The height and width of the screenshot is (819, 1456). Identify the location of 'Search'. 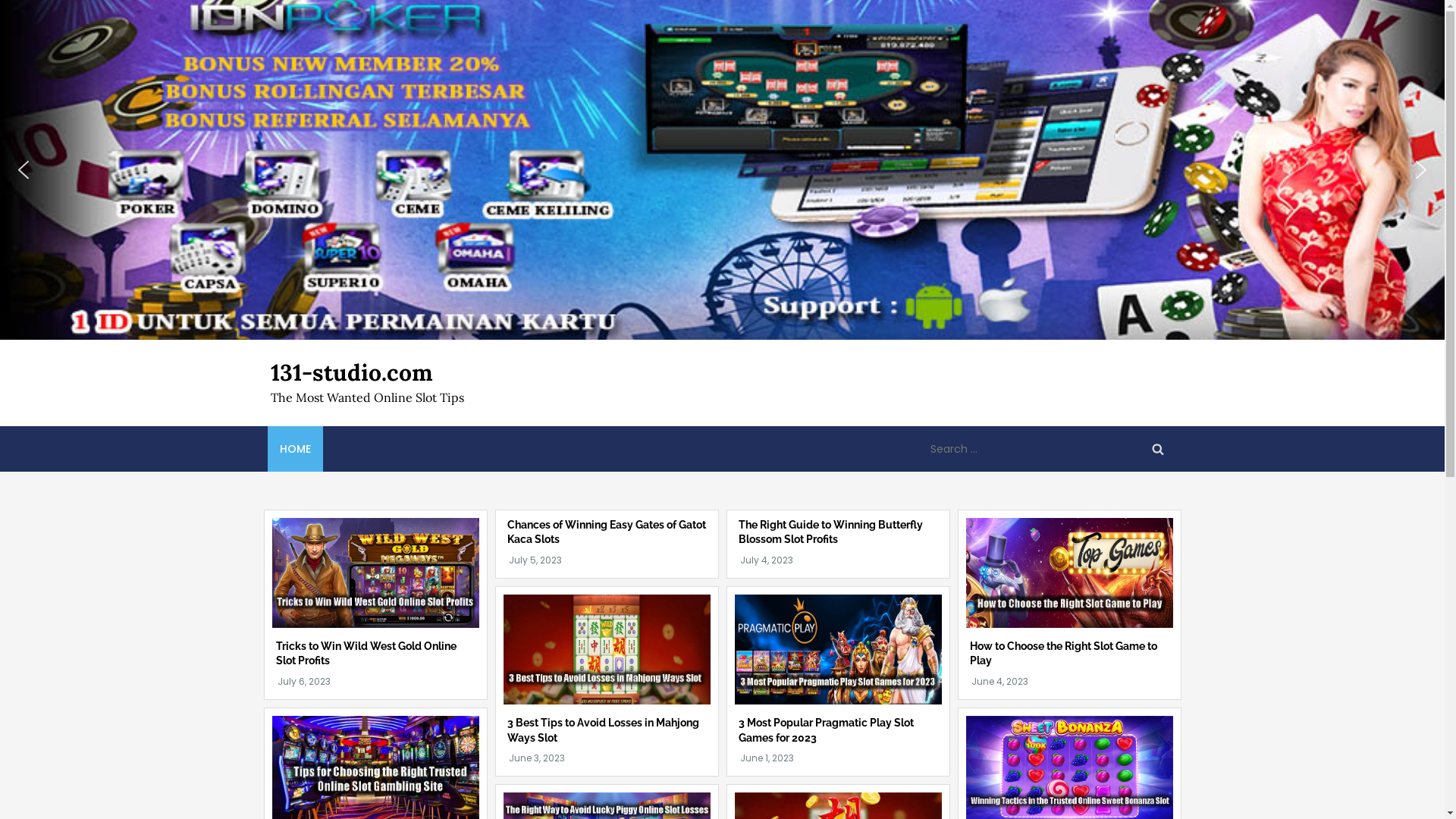
(1156, 447).